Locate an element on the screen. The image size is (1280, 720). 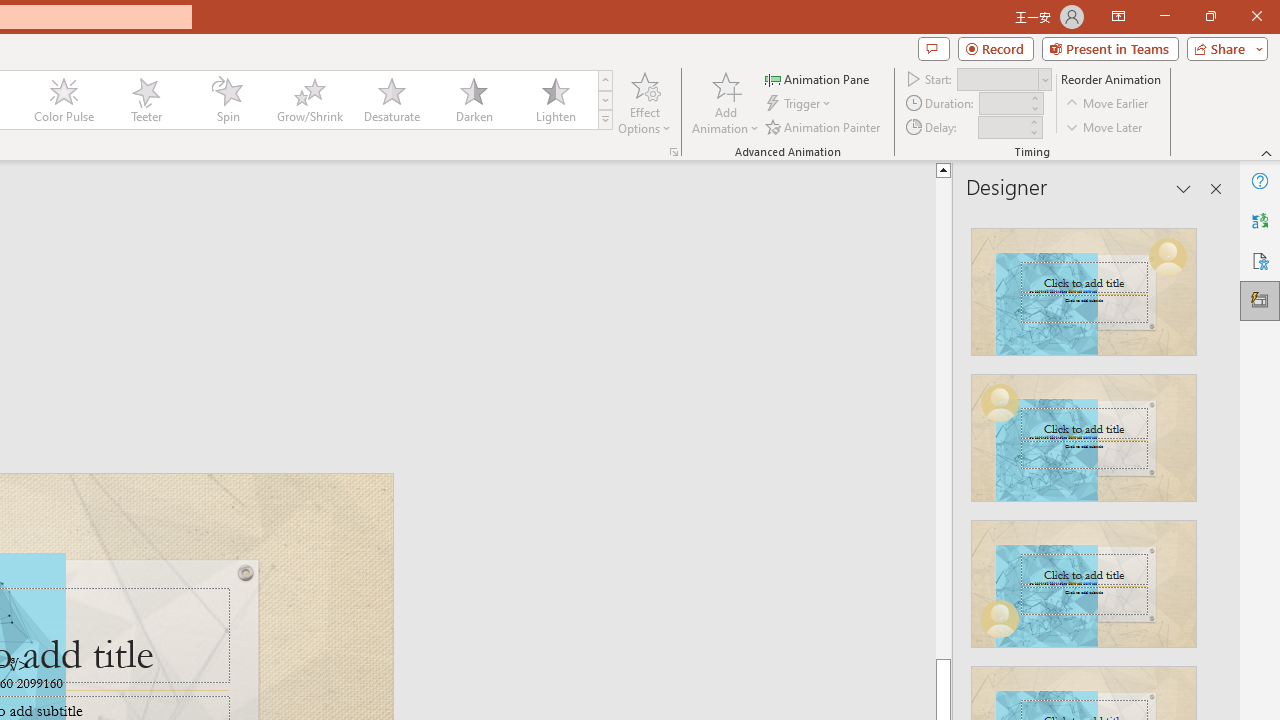
'Effect Options' is located at coordinates (645, 103).